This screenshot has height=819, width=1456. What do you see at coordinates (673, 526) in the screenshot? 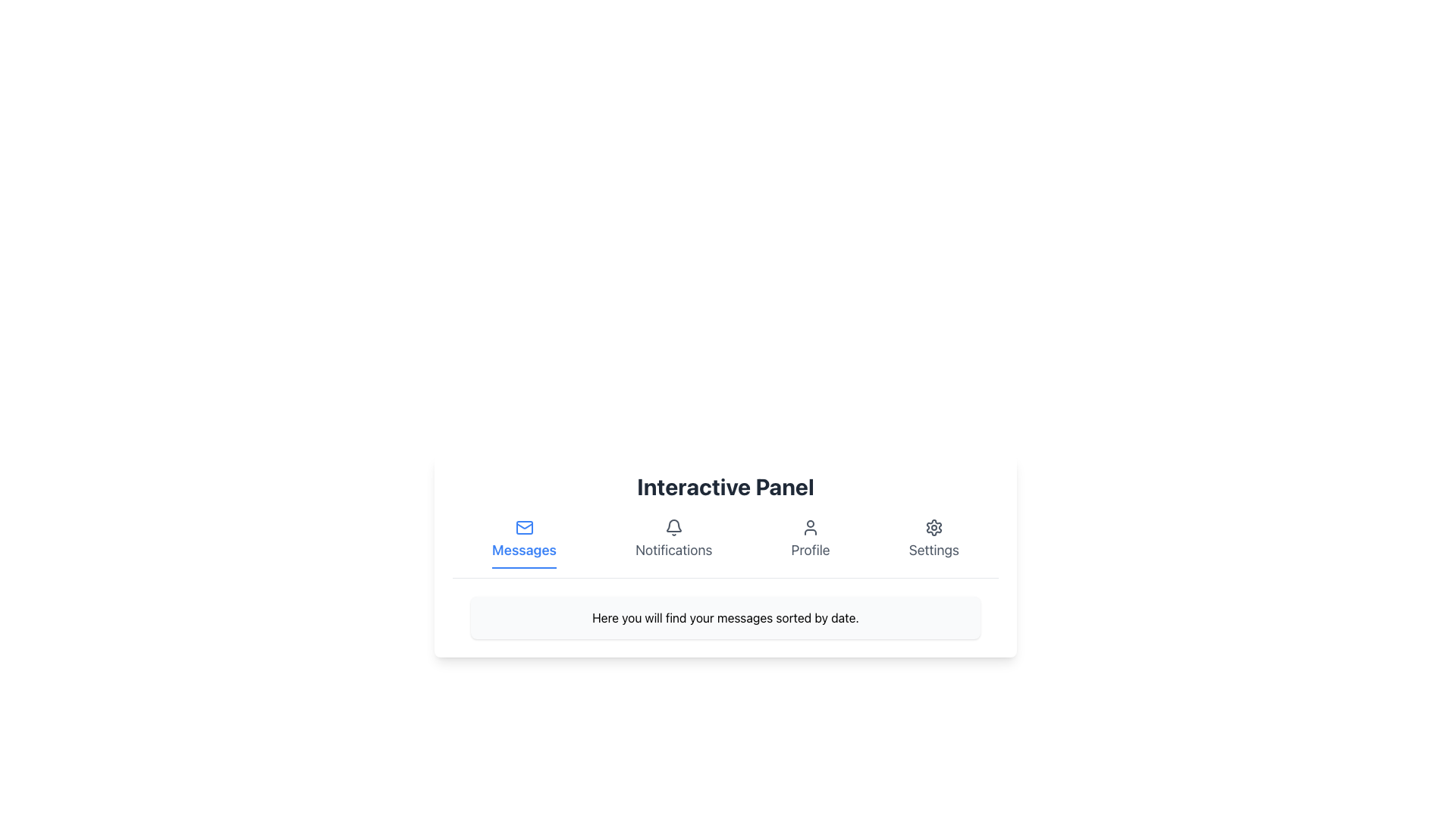
I see `the bell icon in the Notifications section, which represents notifications or alerts` at bounding box center [673, 526].